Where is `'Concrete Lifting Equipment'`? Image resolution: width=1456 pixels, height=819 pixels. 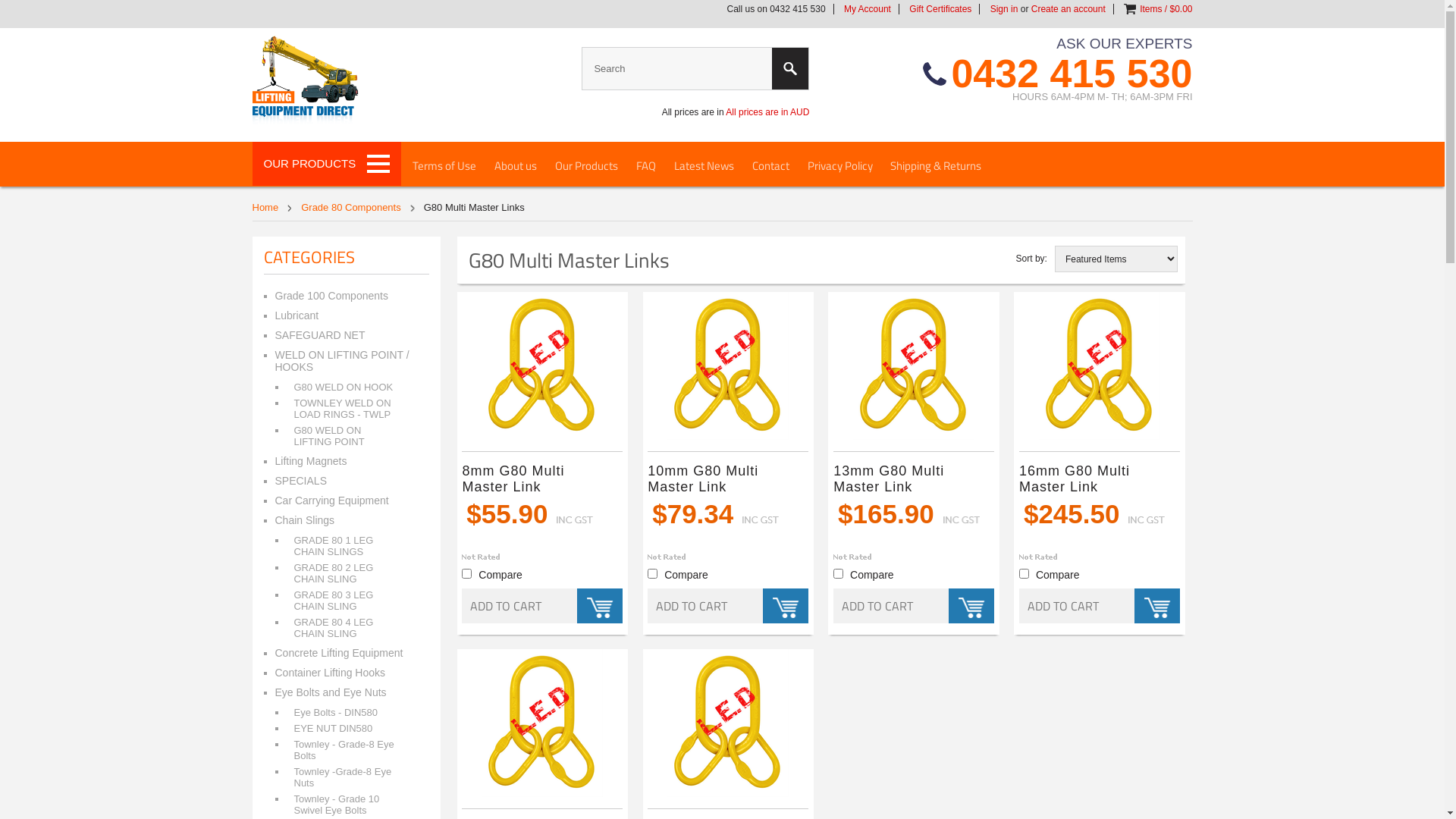 'Concrete Lifting Equipment' is located at coordinates (343, 651).